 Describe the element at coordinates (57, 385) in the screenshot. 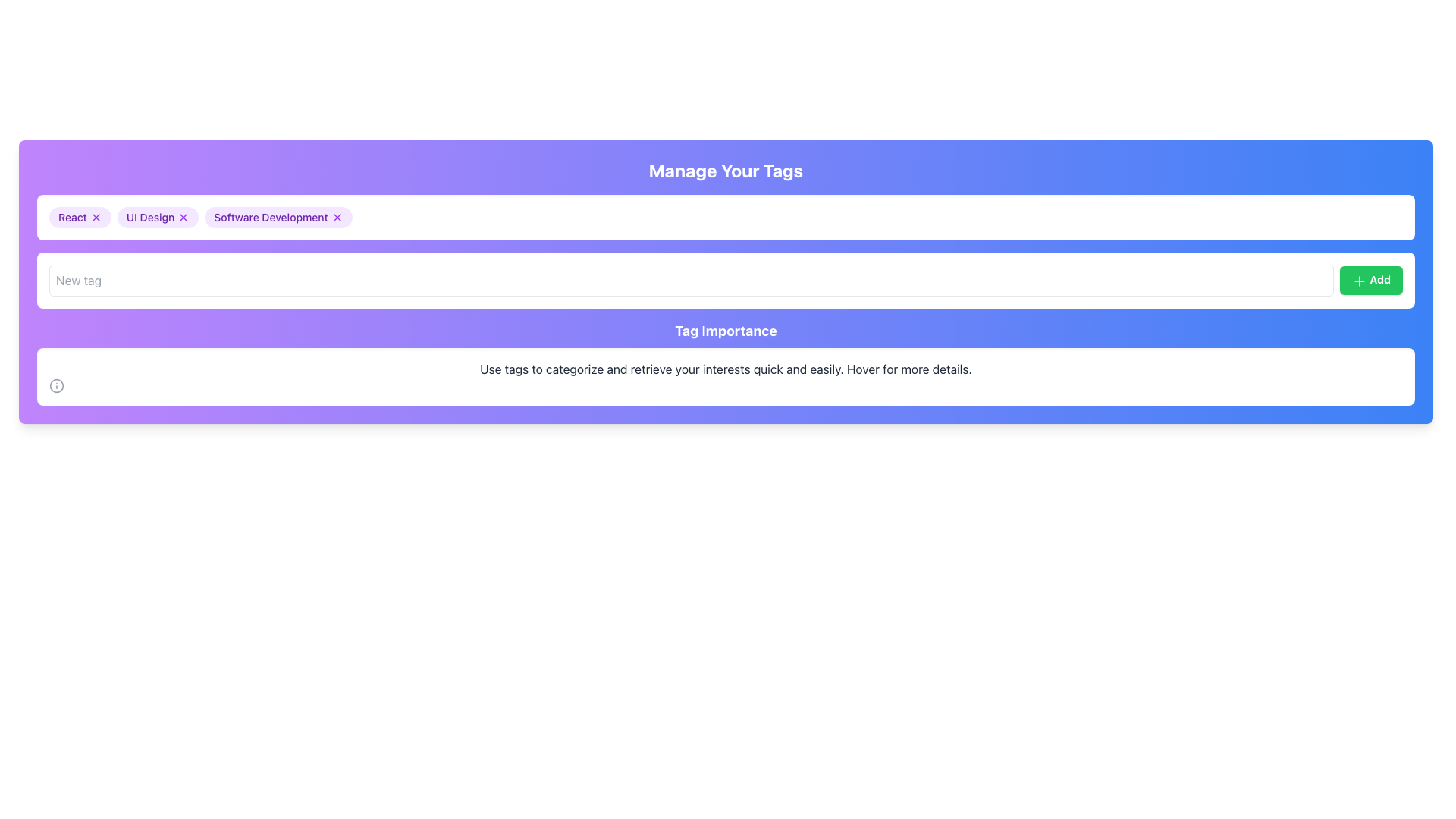

I see `the circular outline icon located to the left of the descriptive message text in the tag importance description section` at that location.